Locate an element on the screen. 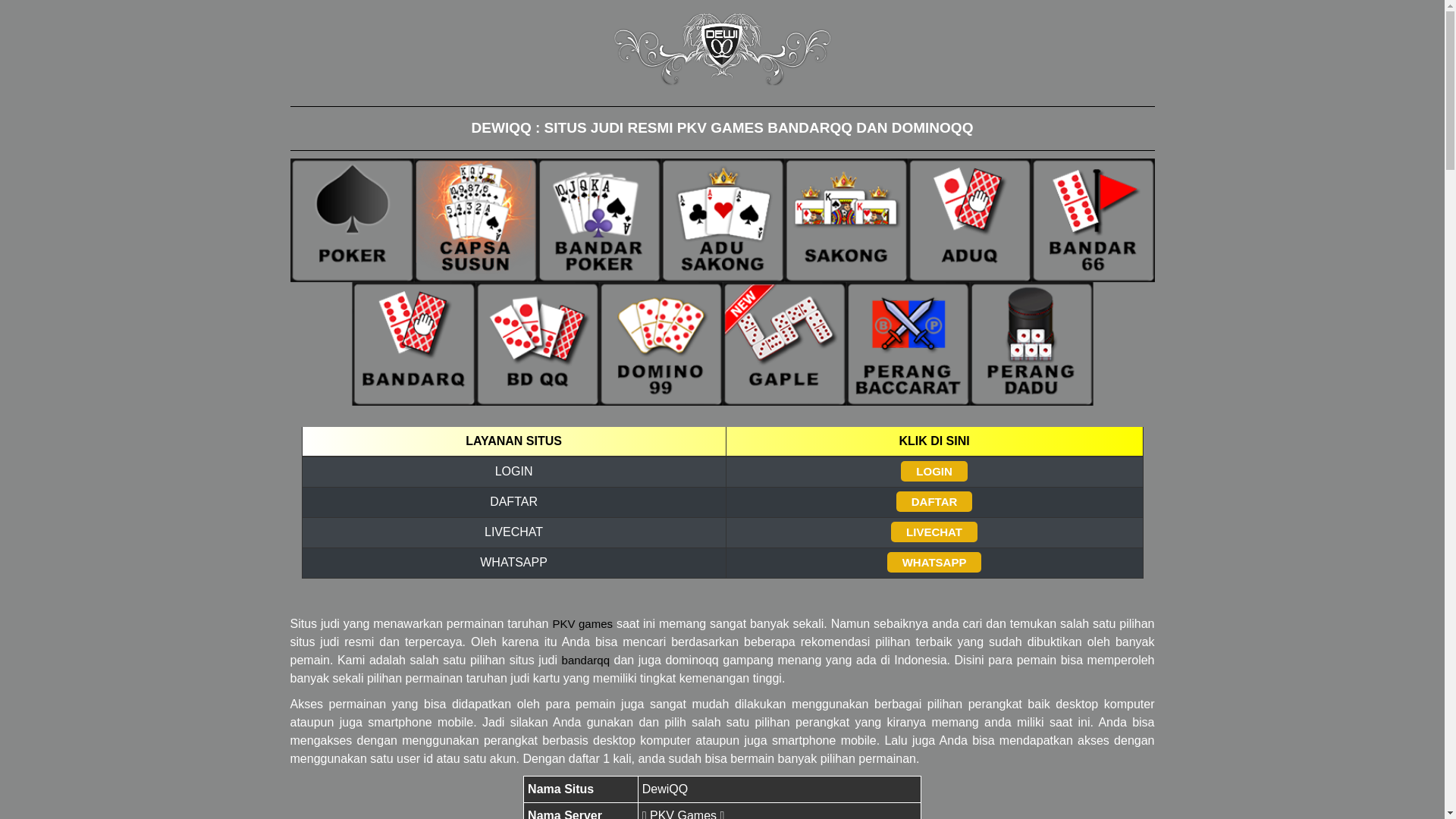 This screenshot has width=1456, height=819. 'LOGIN' is located at coordinates (934, 470).